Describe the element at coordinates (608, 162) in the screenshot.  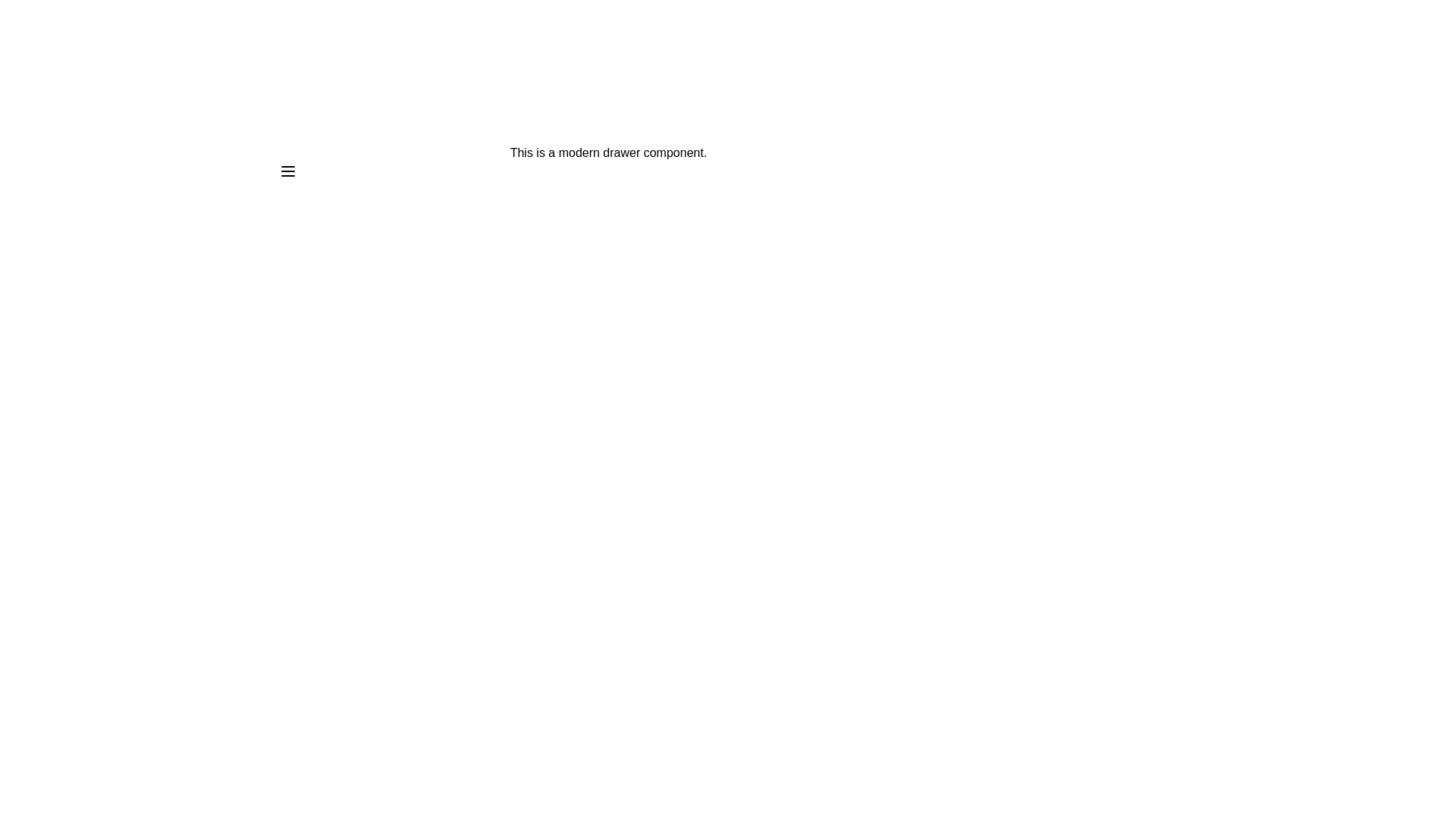
I see `the descriptive text to select it` at that location.